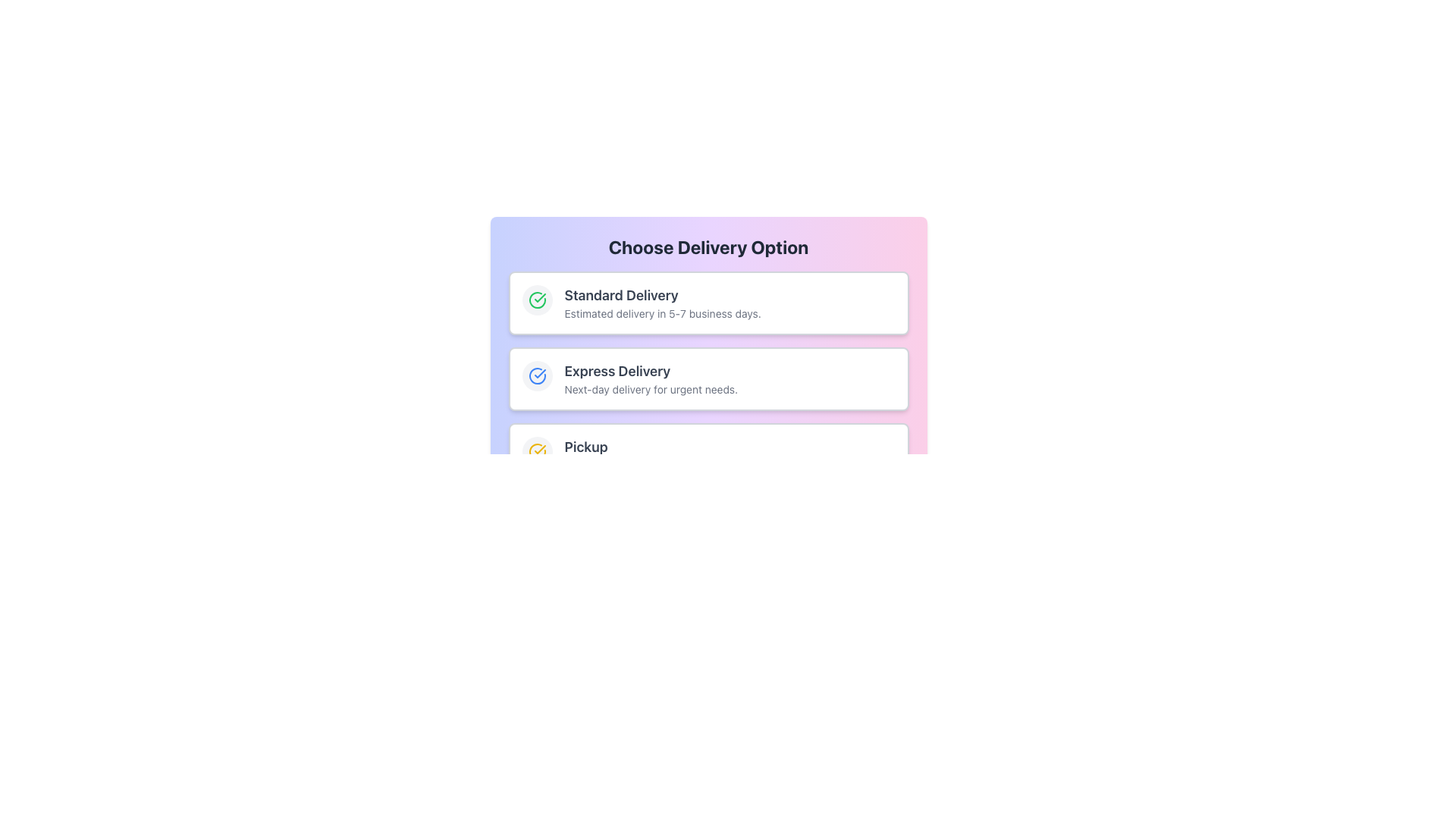  What do you see at coordinates (708, 454) in the screenshot?
I see `the 'Pickup' delivery method button located below 'Standard Delivery' and 'Express Delivery' in the delivery options list` at bounding box center [708, 454].